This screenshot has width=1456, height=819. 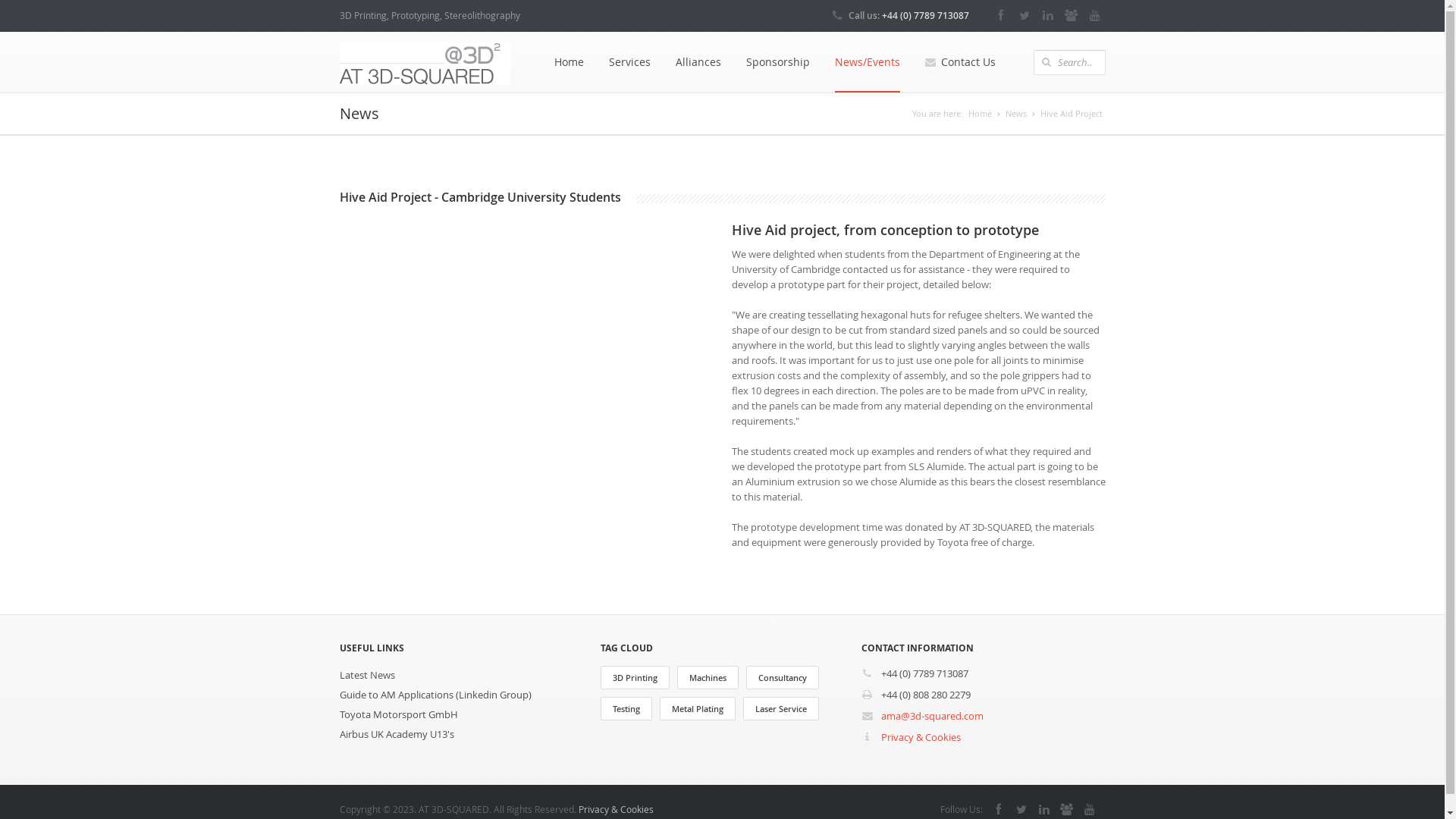 I want to click on '+44 (0) 808 280 2279', so click(x=924, y=694).